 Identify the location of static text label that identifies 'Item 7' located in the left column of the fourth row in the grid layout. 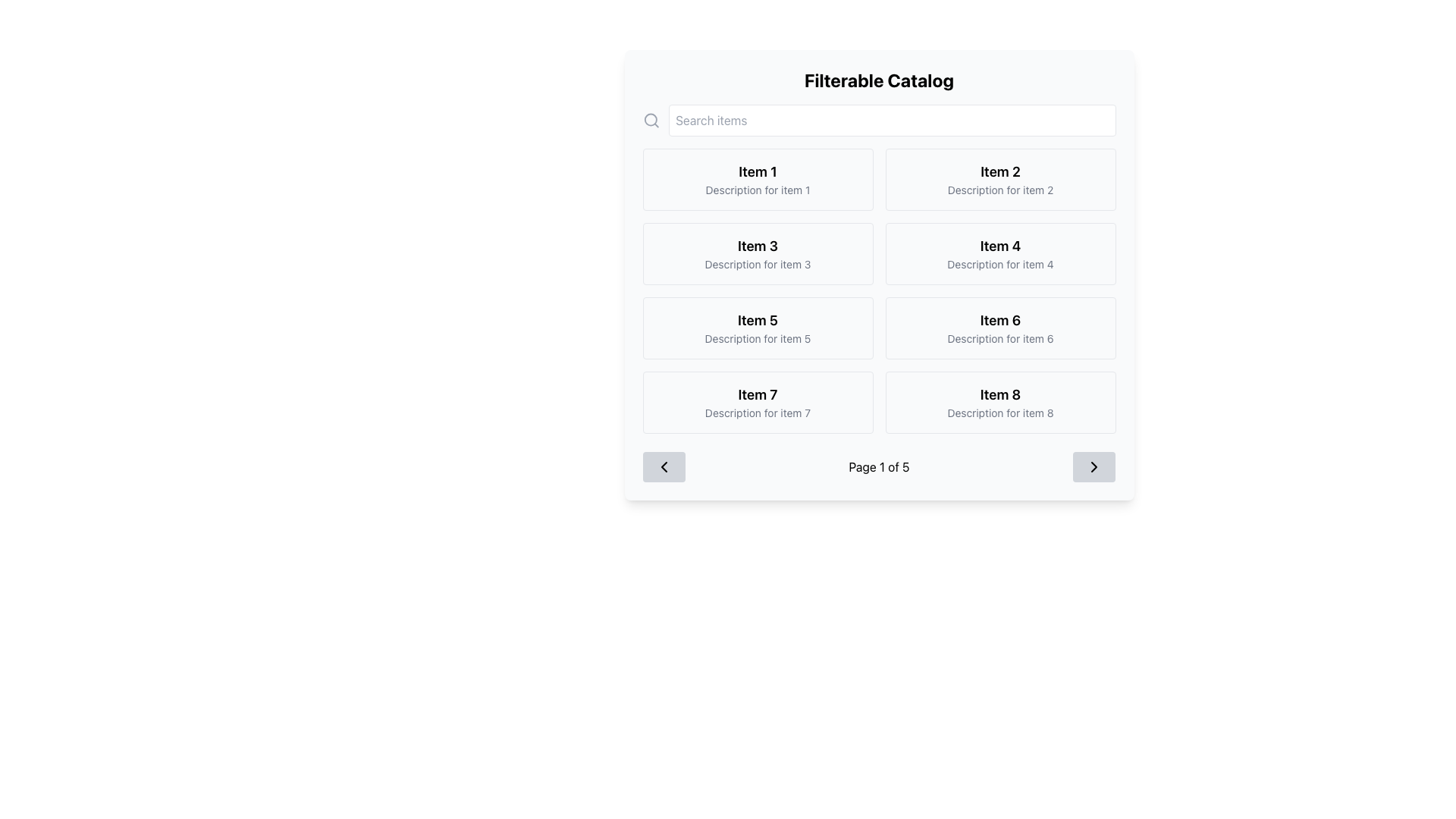
(758, 394).